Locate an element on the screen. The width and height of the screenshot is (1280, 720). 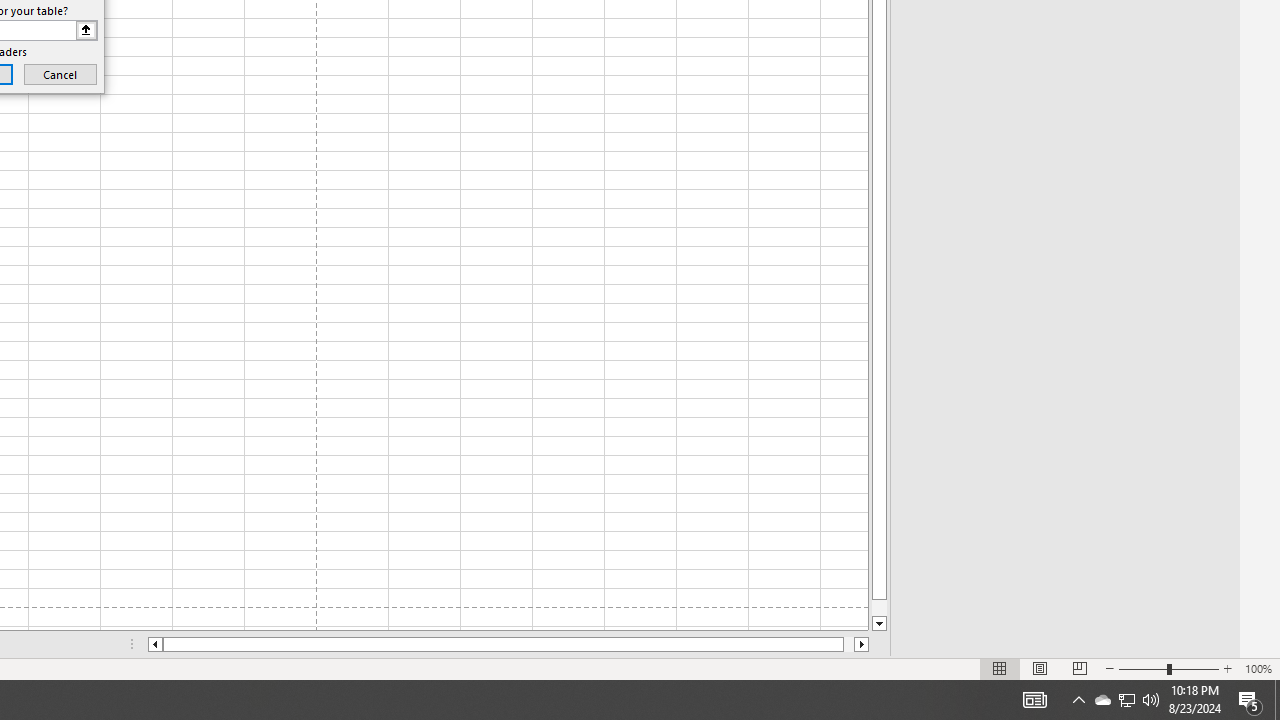
'Column right' is located at coordinates (862, 644).